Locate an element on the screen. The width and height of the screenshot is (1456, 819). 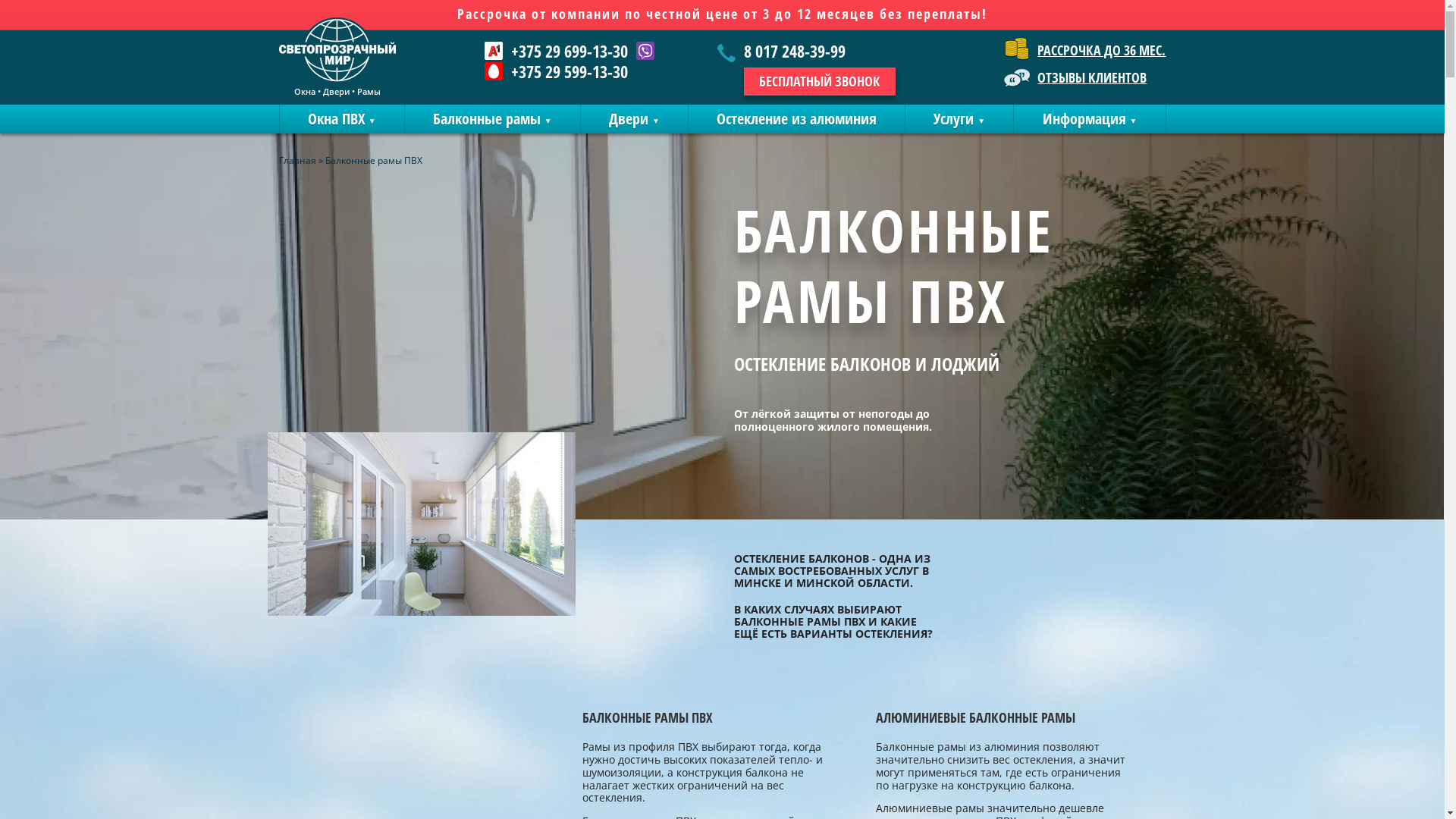
'+375 29 699-13-30' is located at coordinates (483, 49).